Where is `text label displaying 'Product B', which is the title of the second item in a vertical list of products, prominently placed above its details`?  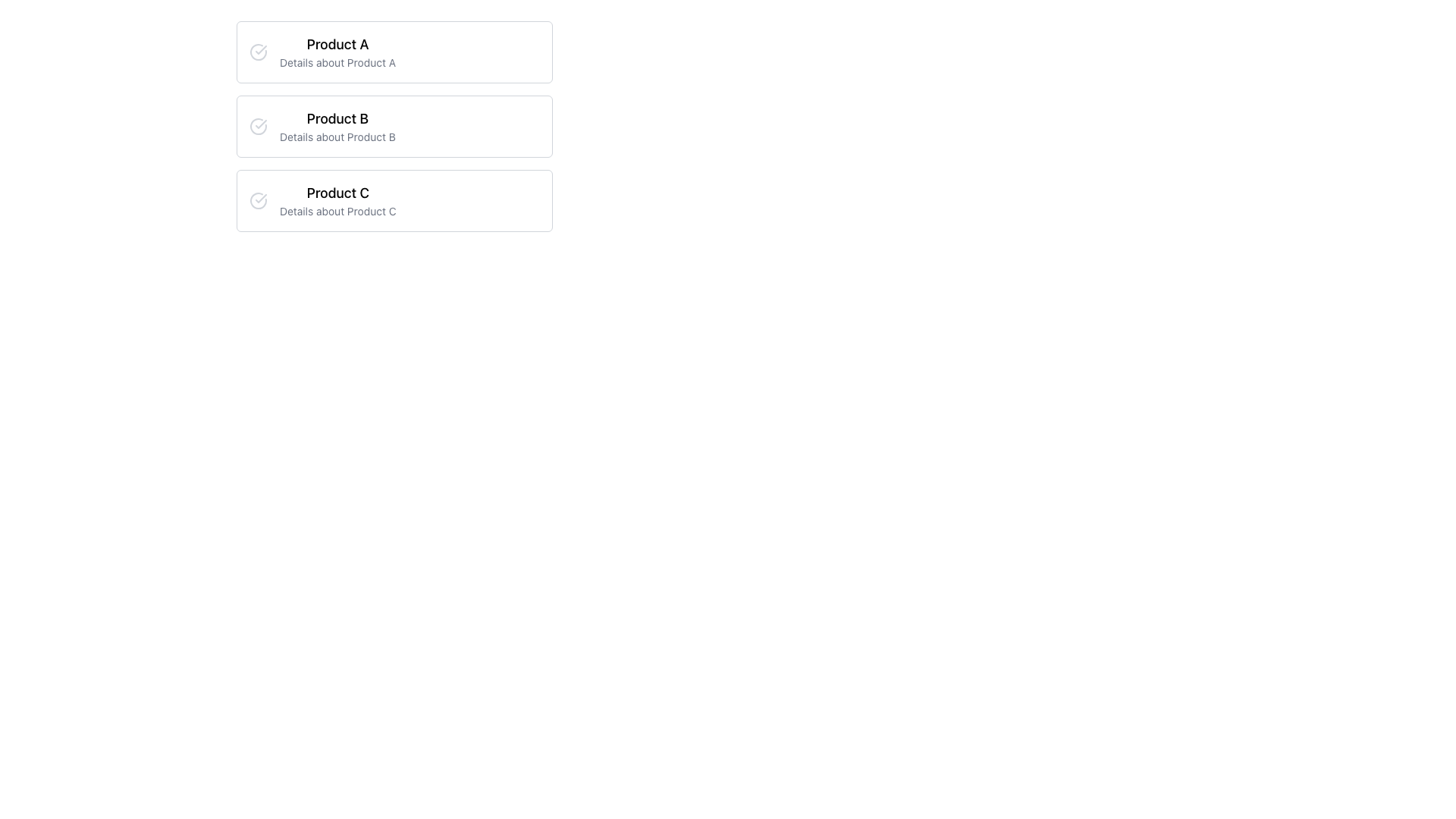
text label displaying 'Product B', which is the title of the second item in a vertical list of products, prominently placed above its details is located at coordinates (337, 118).